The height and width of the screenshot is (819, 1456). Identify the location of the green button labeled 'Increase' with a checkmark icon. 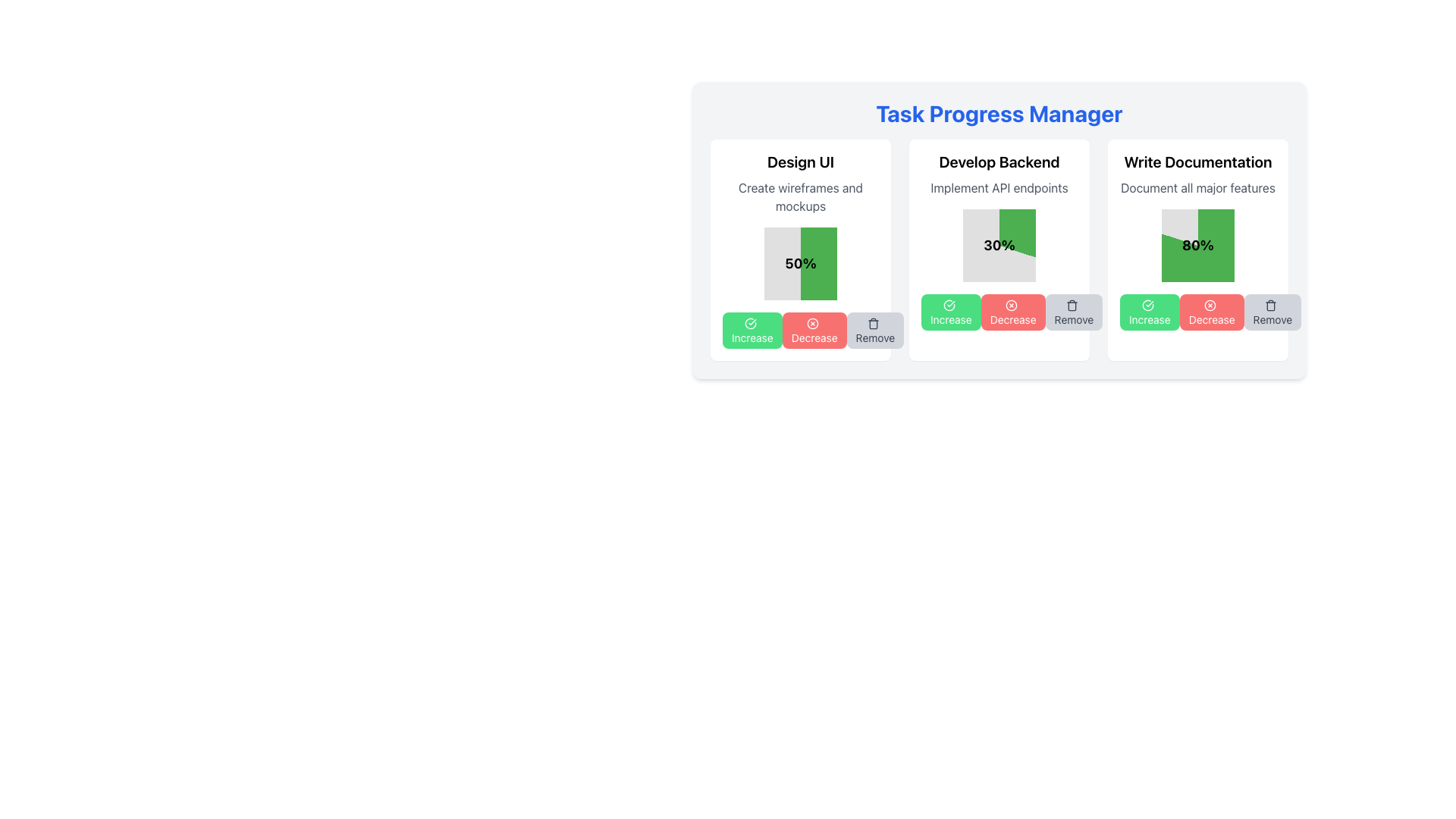
(752, 329).